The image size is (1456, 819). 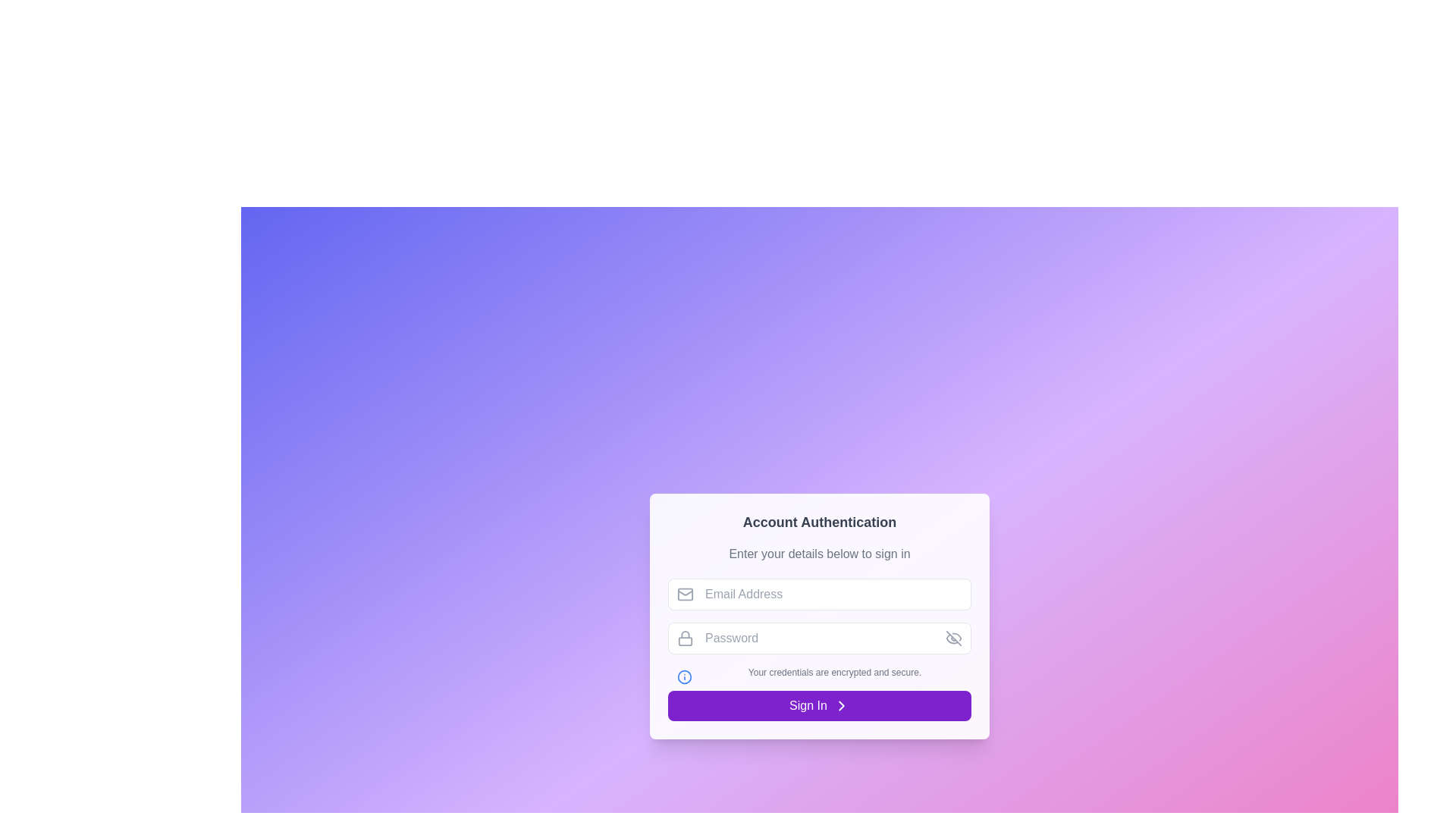 I want to click on the Decorative icon shaped like an envelope, which is outlined in gray and positioned inside the email input field at the left edge, so click(x=684, y=593).